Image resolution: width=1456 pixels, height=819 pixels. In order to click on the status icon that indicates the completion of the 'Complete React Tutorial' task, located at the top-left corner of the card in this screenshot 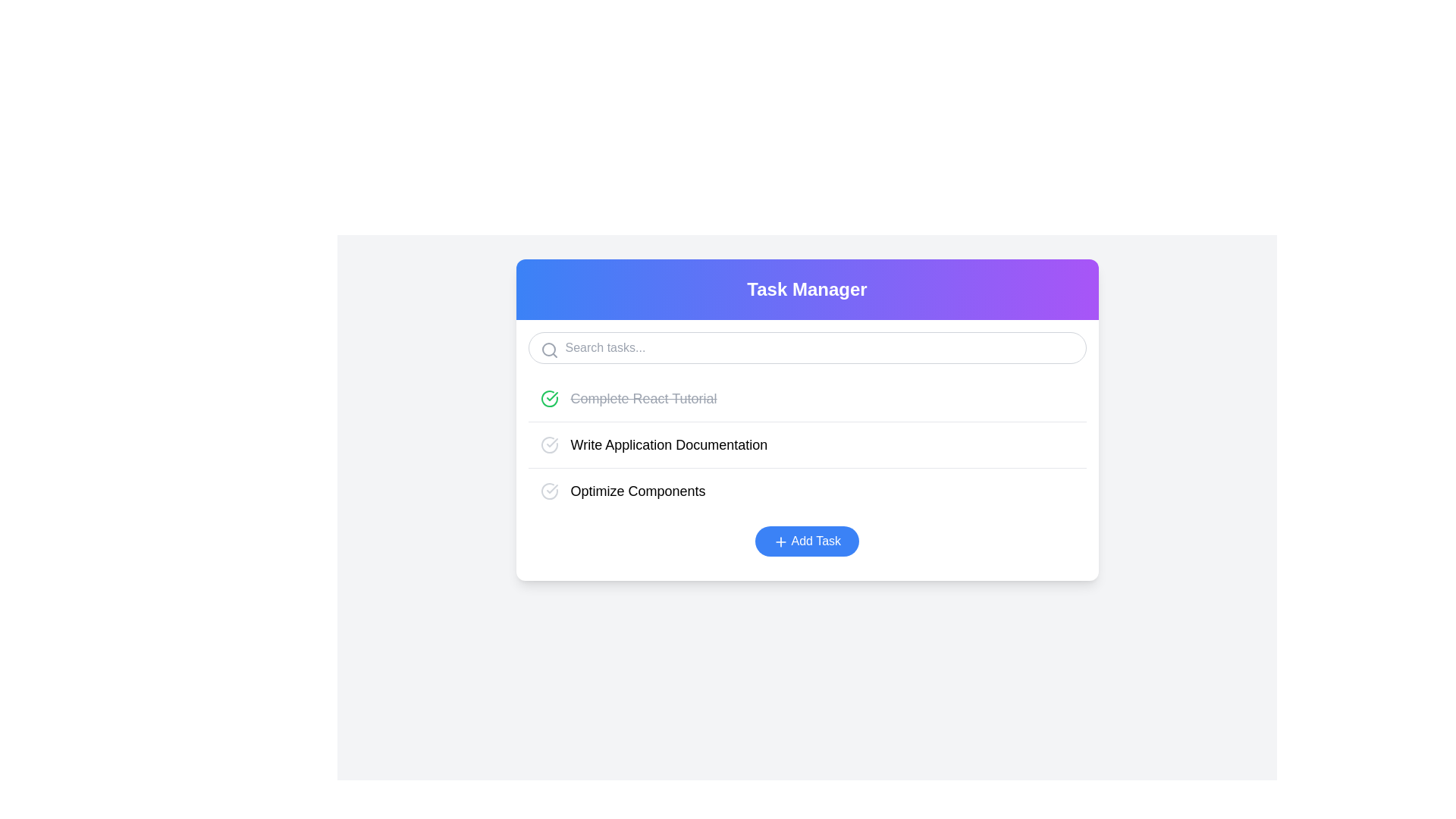, I will do `click(548, 397)`.